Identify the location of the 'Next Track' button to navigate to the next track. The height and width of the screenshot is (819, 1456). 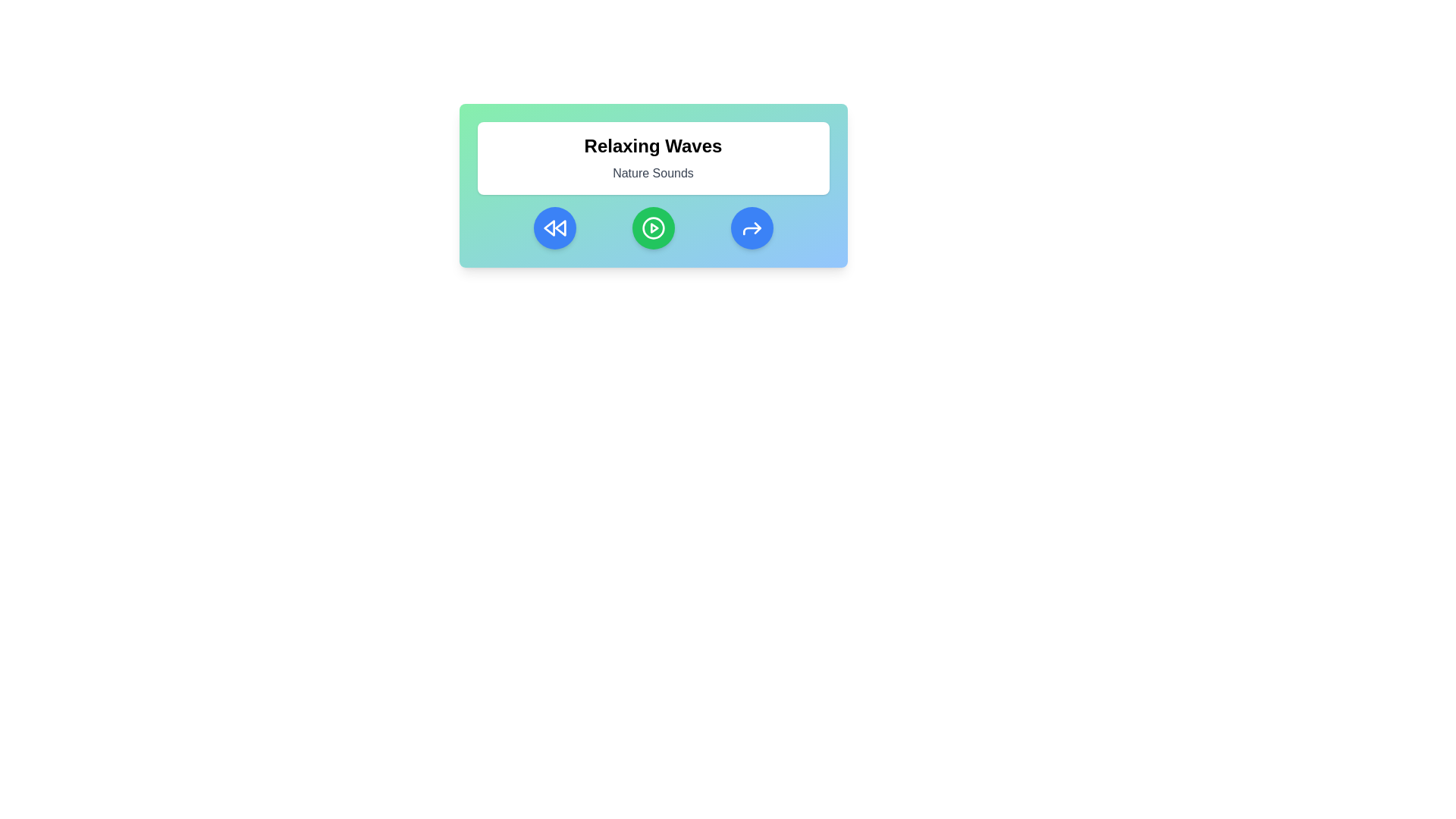
(752, 227).